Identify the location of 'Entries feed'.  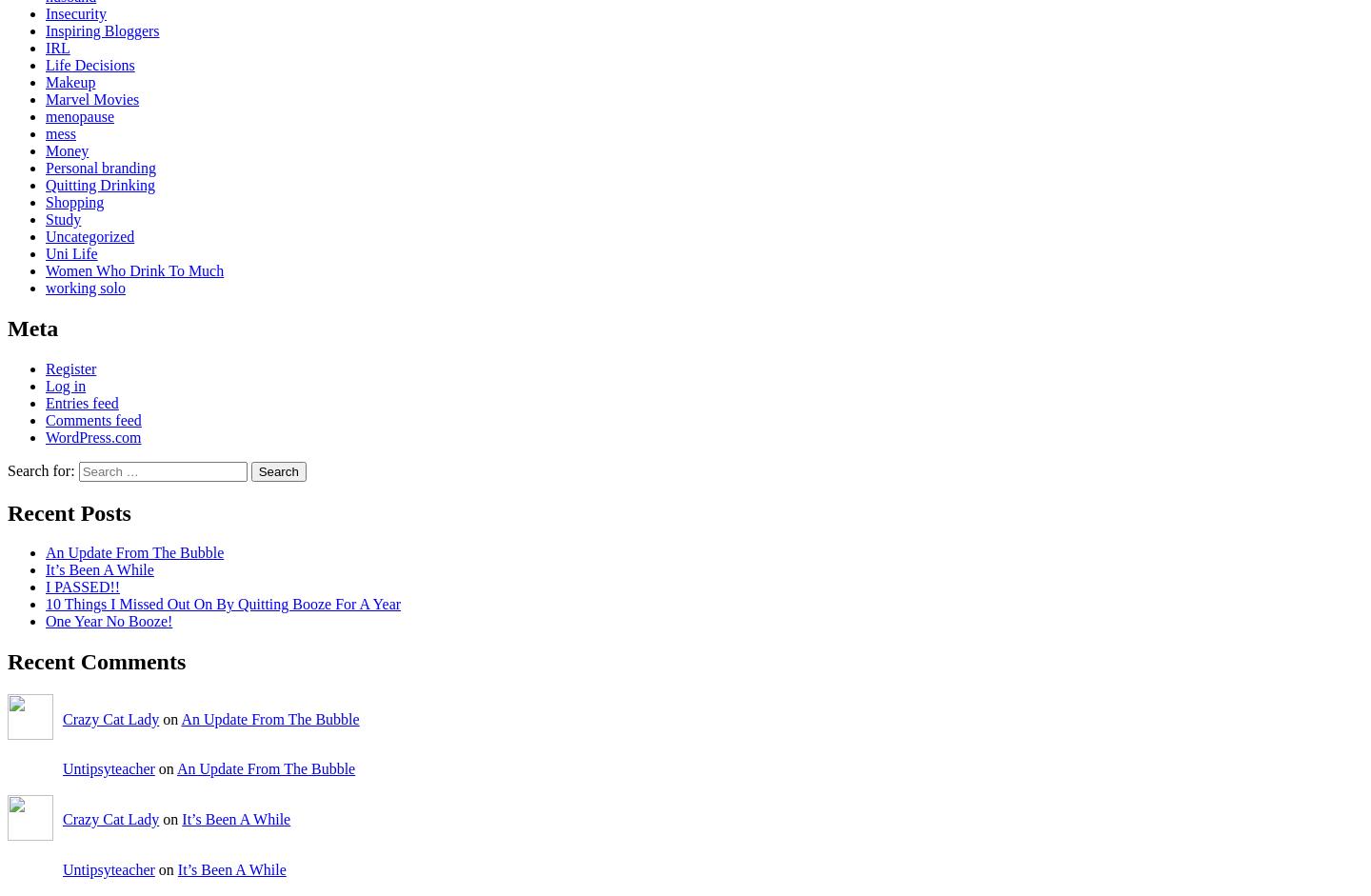
(81, 401).